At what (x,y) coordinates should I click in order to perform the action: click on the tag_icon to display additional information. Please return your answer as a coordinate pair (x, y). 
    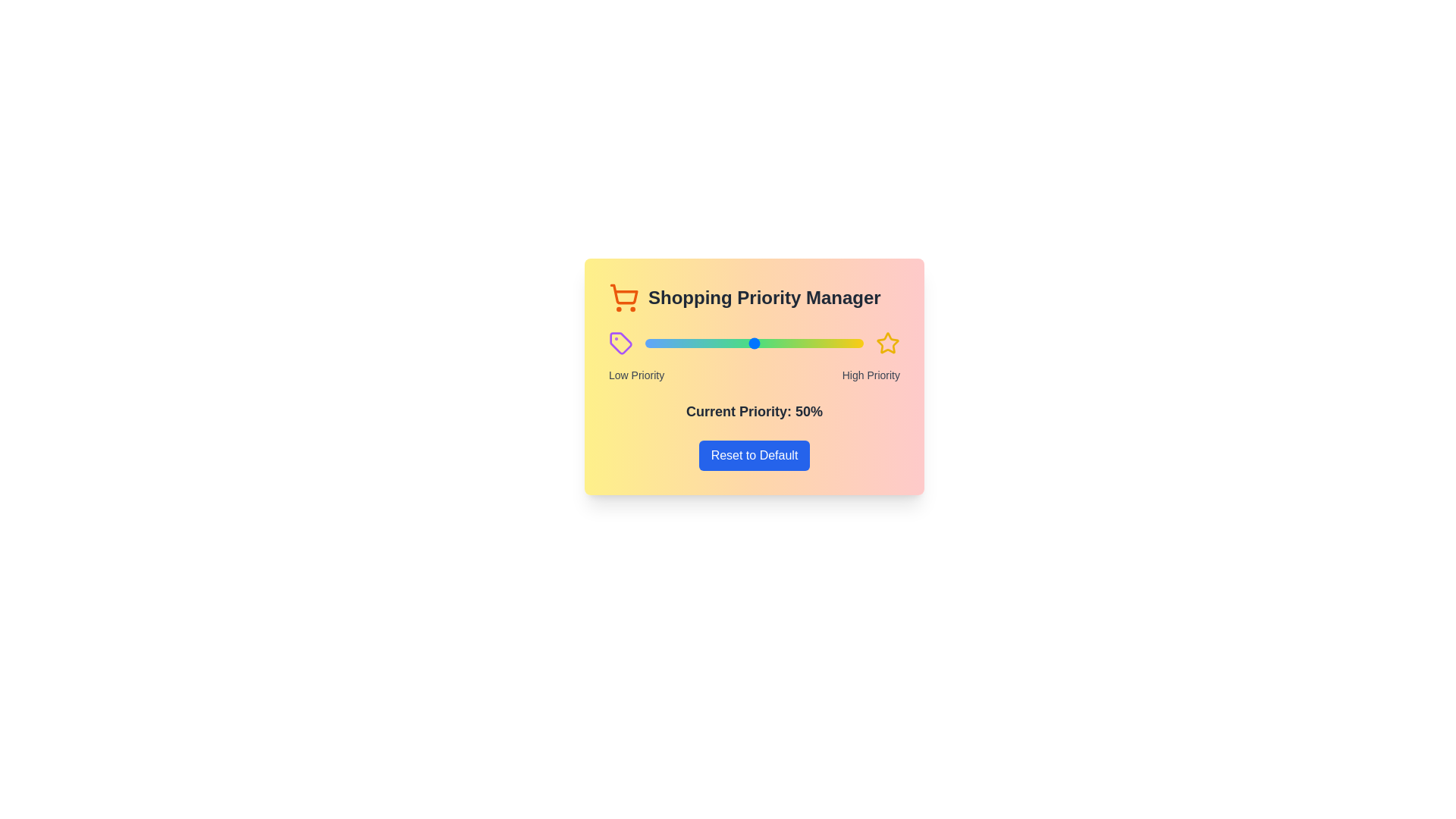
    Looking at the image, I should click on (621, 343).